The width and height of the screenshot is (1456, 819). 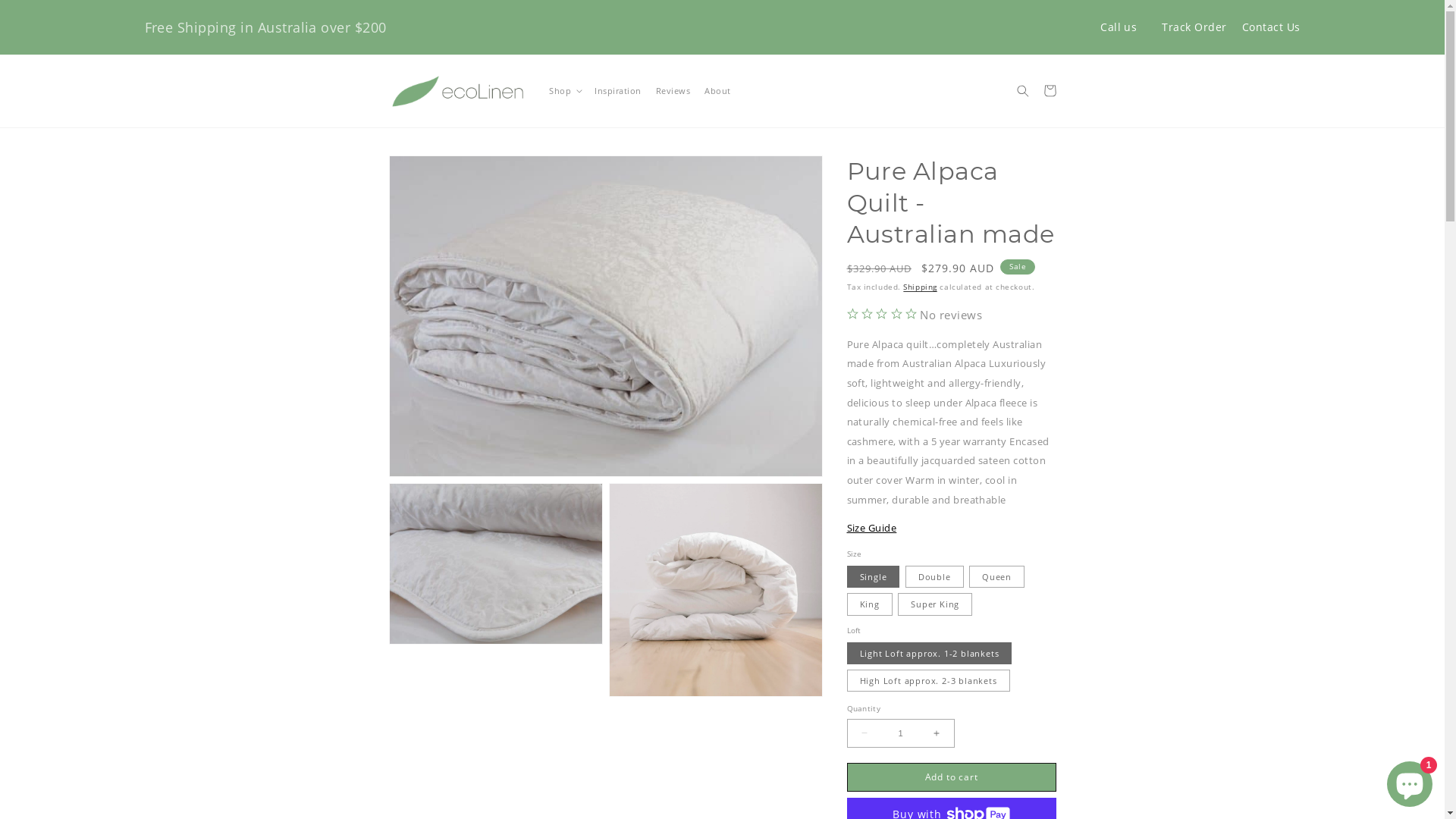 I want to click on 'Reviews', so click(x=648, y=91).